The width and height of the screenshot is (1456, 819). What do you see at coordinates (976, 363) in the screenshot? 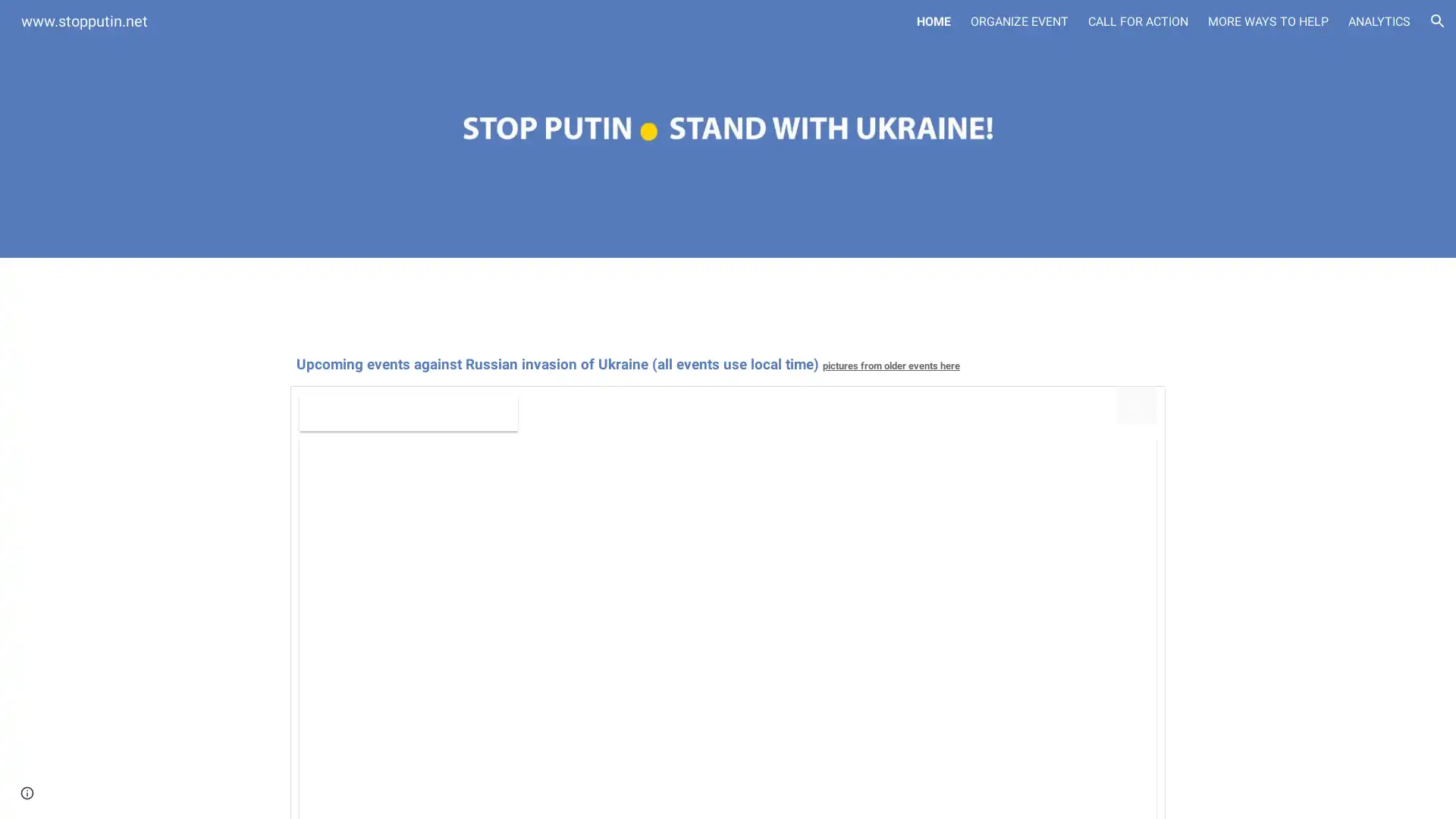
I see `Copy heading link` at bounding box center [976, 363].